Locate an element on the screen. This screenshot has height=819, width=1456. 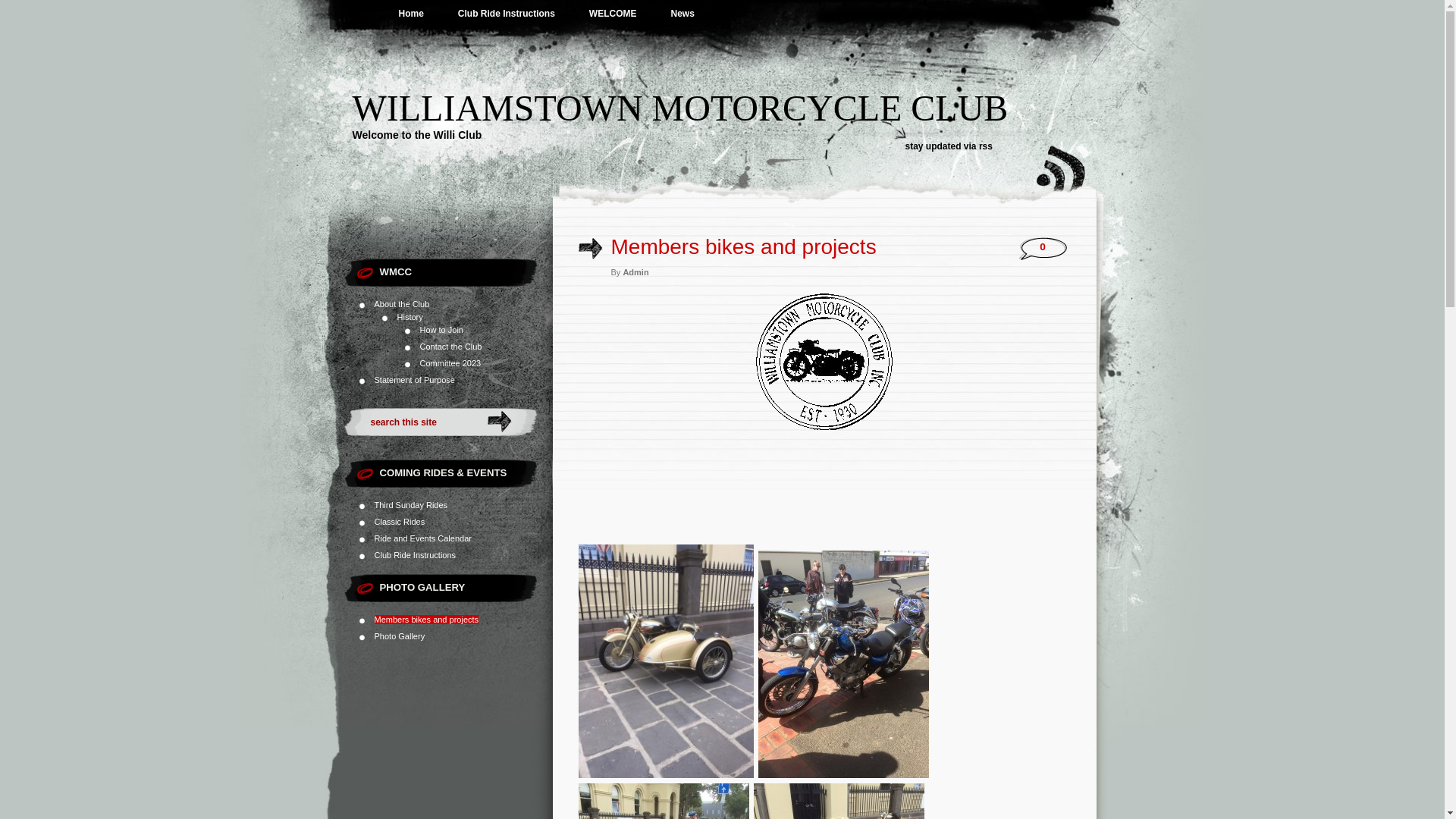
'Home' is located at coordinates (411, 14).